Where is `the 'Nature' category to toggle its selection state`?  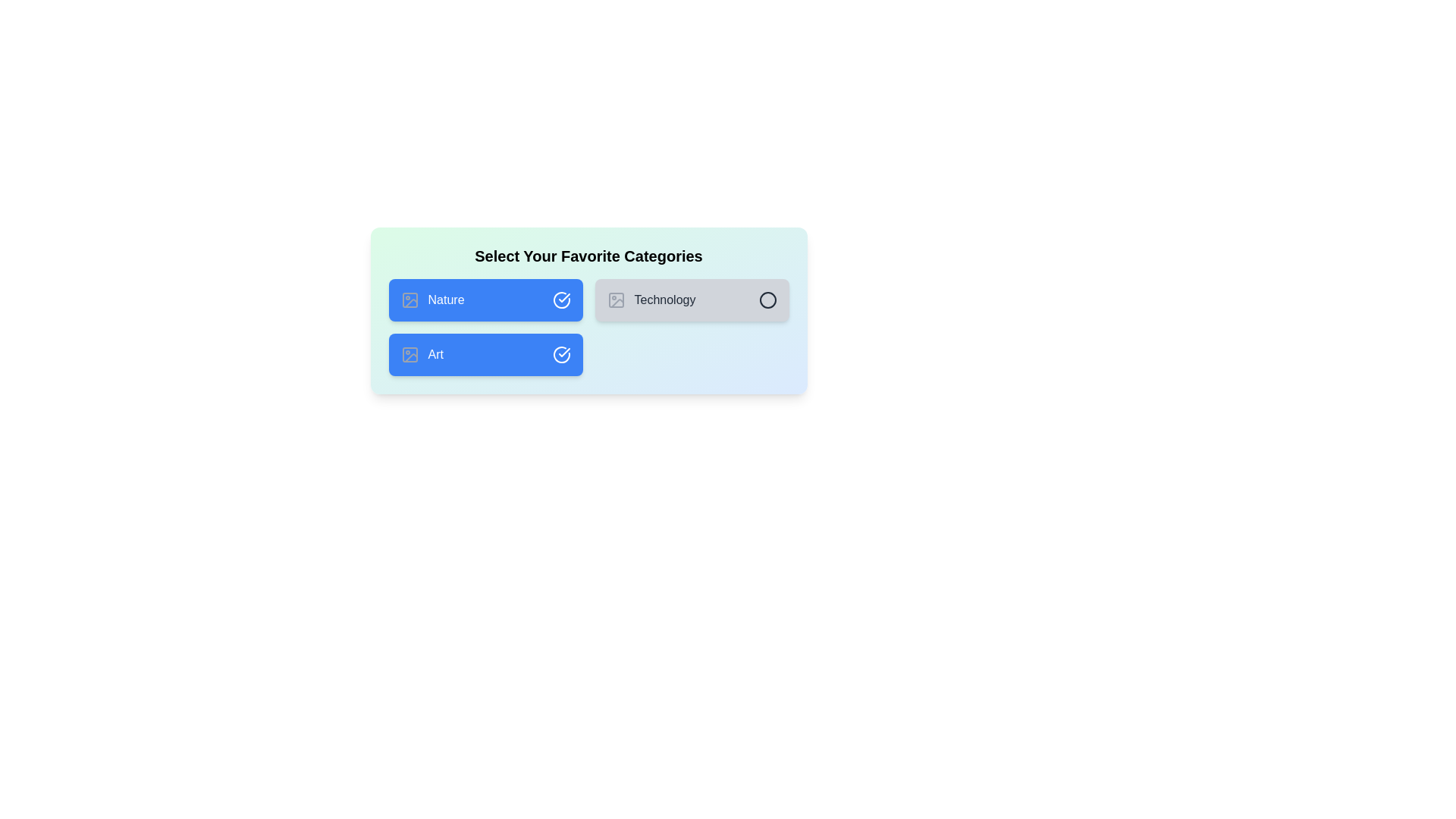
the 'Nature' category to toggle its selection state is located at coordinates (485, 300).